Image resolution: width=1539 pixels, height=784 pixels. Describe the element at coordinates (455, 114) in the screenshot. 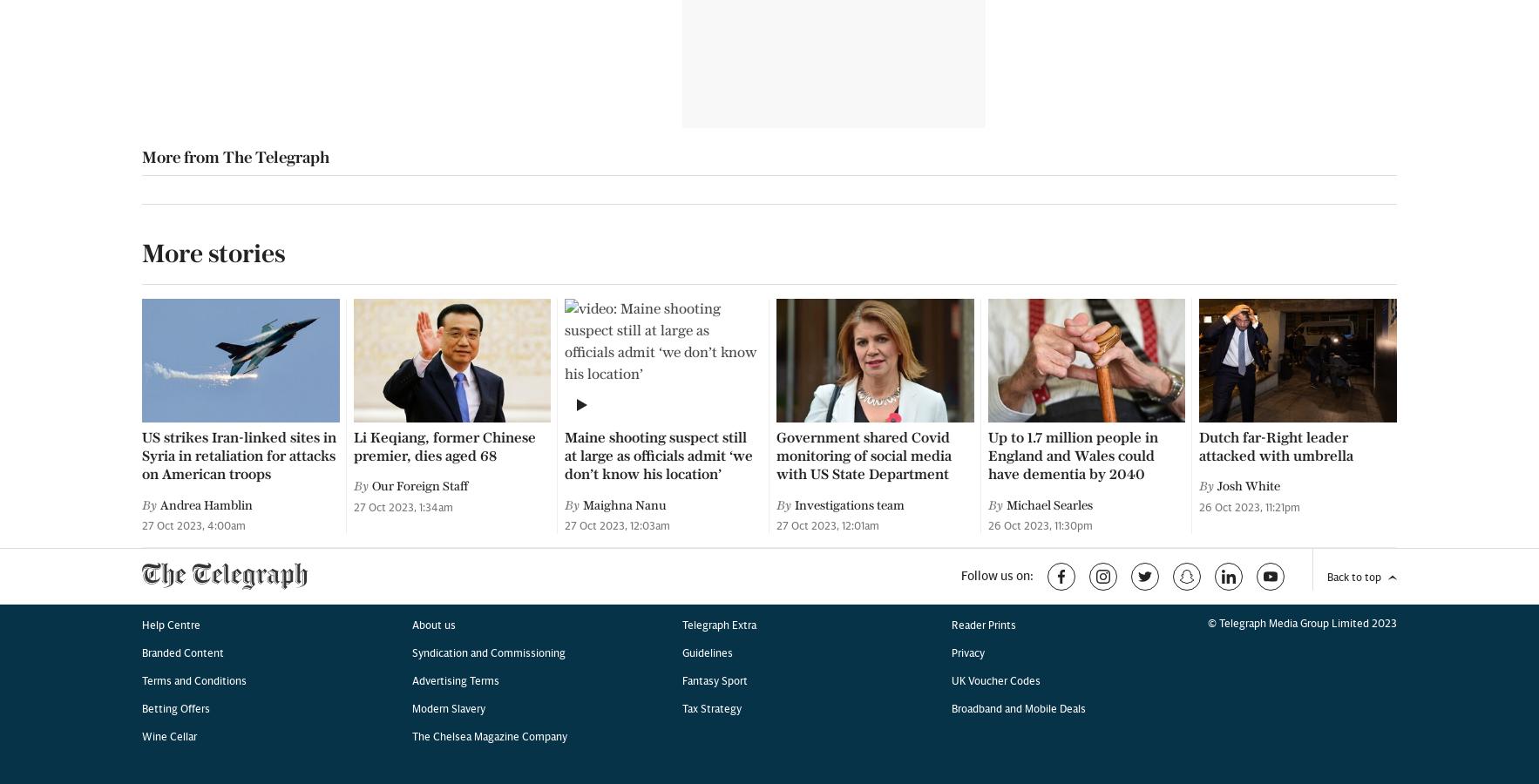

I see `'Advertising Terms'` at that location.